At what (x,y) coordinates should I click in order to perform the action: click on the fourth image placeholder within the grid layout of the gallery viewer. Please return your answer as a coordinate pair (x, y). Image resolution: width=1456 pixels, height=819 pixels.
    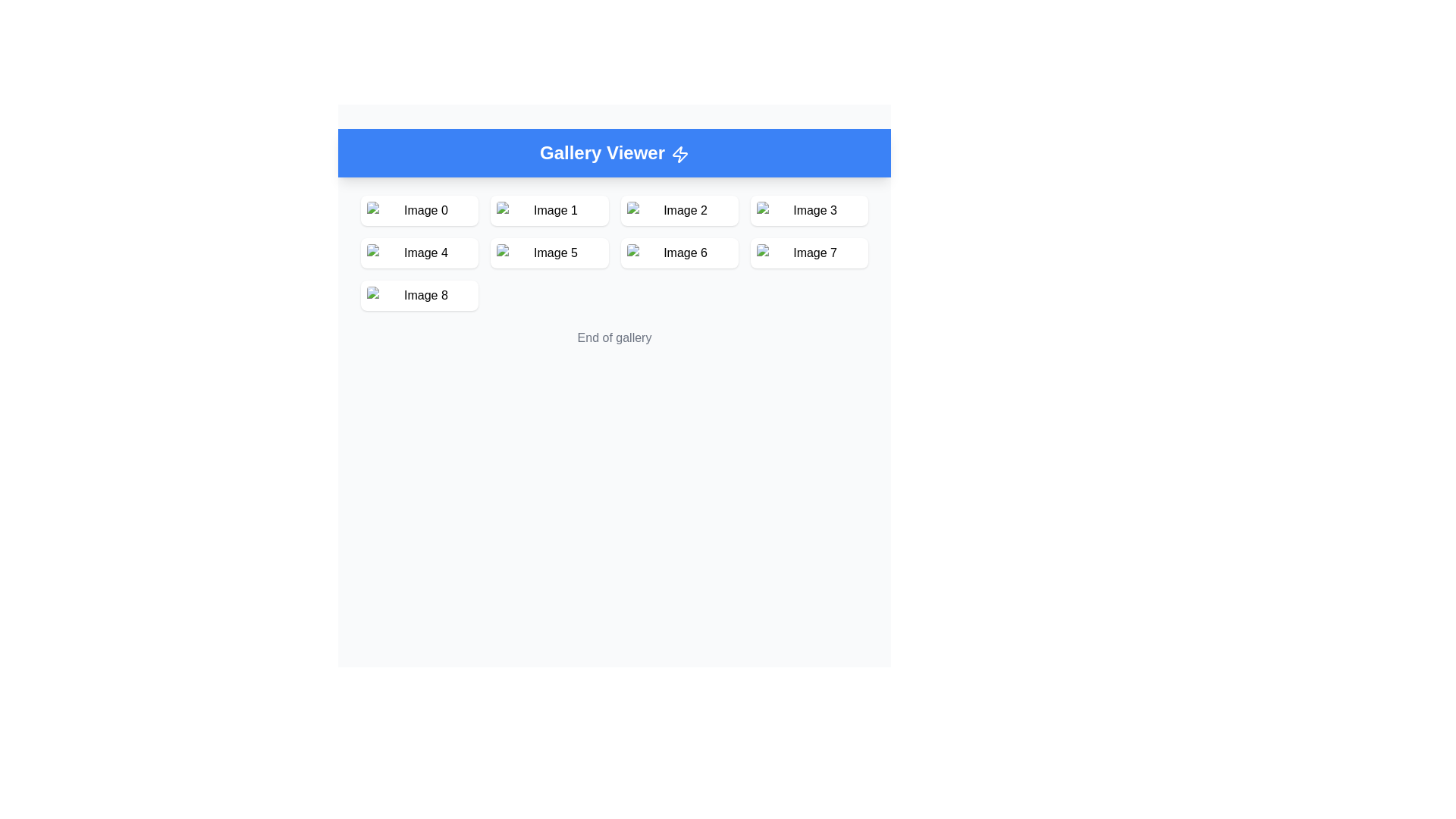
    Looking at the image, I should click on (419, 253).